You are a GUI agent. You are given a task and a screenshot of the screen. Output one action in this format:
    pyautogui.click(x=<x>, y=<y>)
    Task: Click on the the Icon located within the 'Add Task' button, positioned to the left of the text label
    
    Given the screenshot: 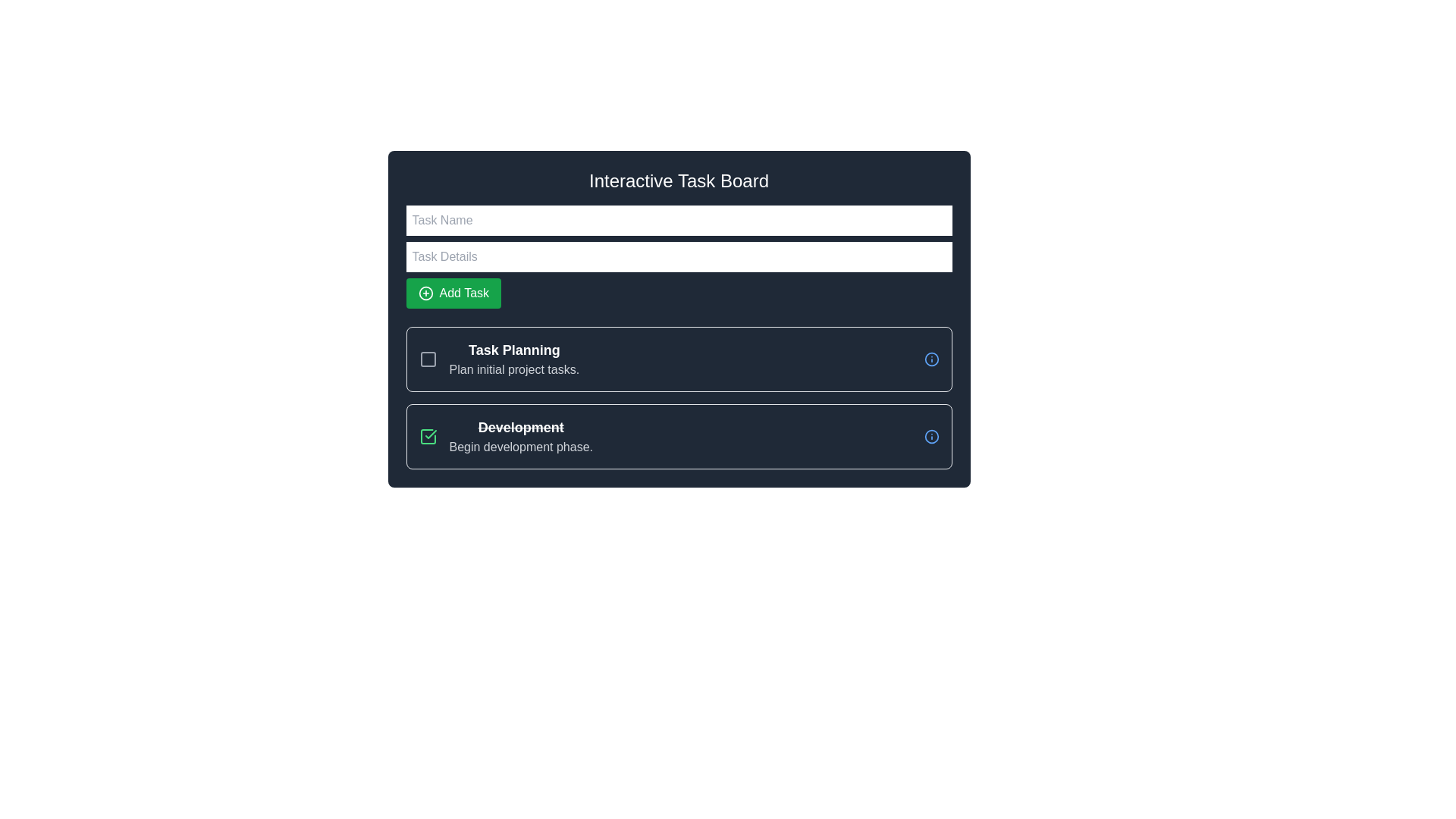 What is the action you would take?
    pyautogui.click(x=425, y=293)
    